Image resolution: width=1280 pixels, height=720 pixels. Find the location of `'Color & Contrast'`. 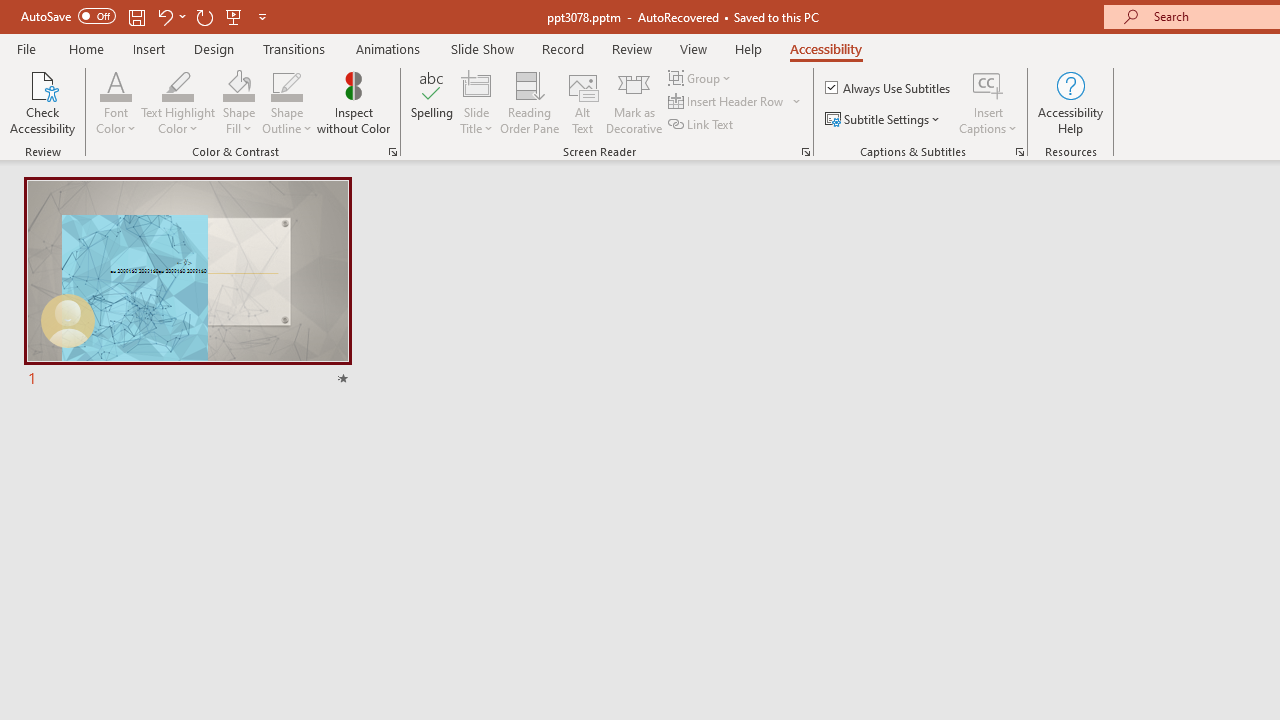

'Color & Contrast' is located at coordinates (392, 150).